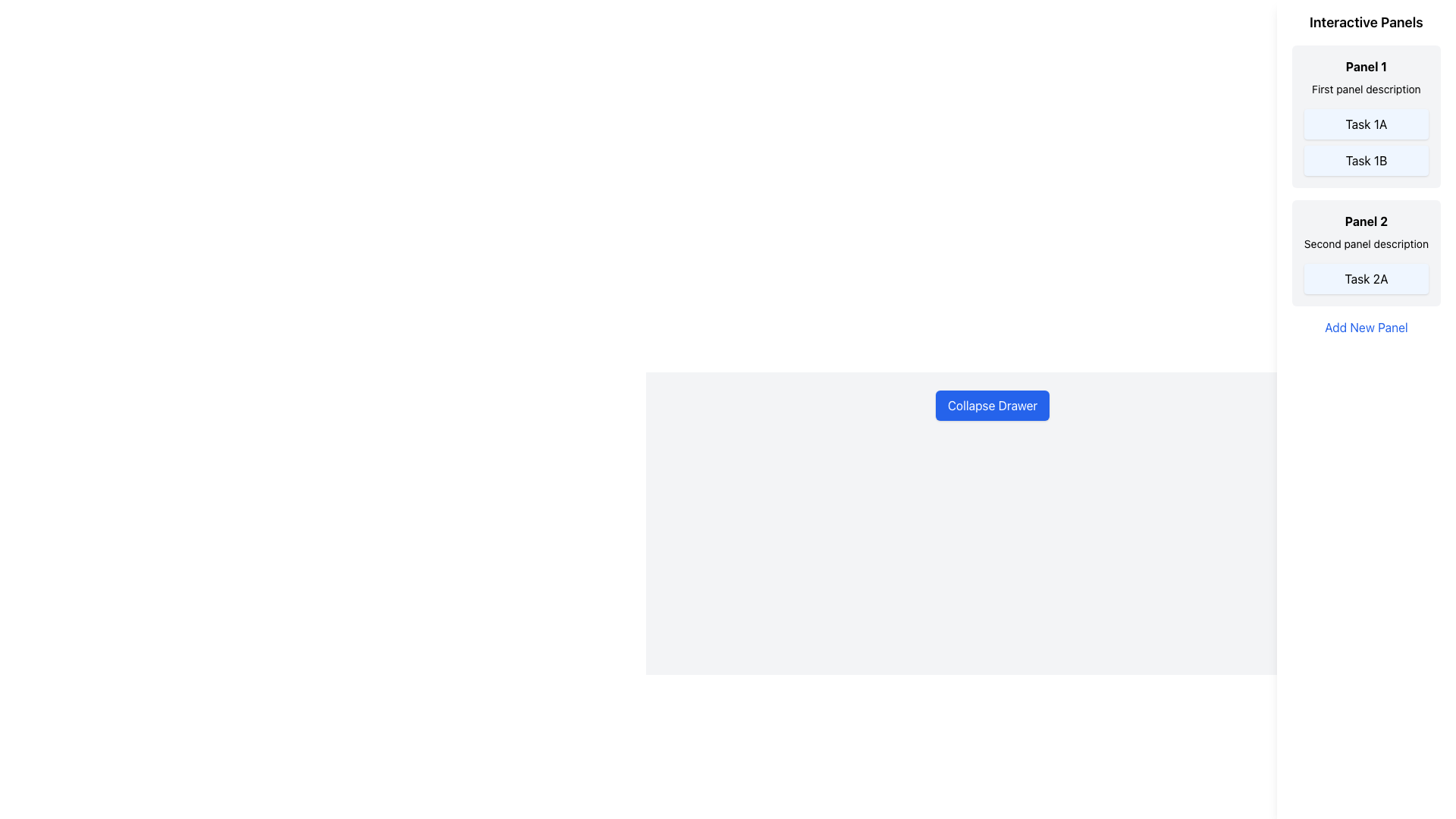  Describe the element at coordinates (992, 405) in the screenshot. I see `the blue rectangular button labeled 'Collapse Drawer'` at that location.